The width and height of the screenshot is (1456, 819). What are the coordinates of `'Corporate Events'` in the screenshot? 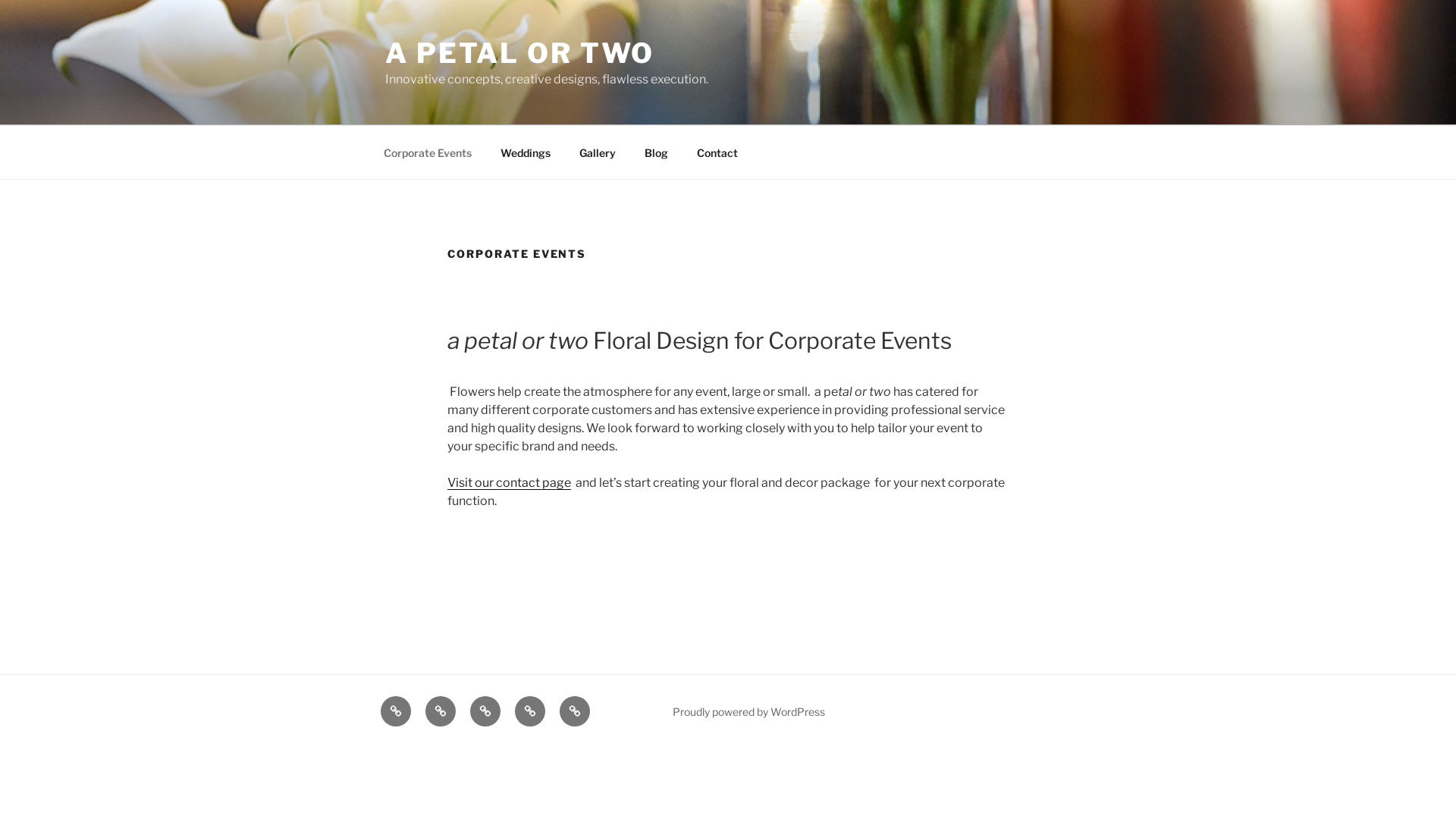 It's located at (396, 711).